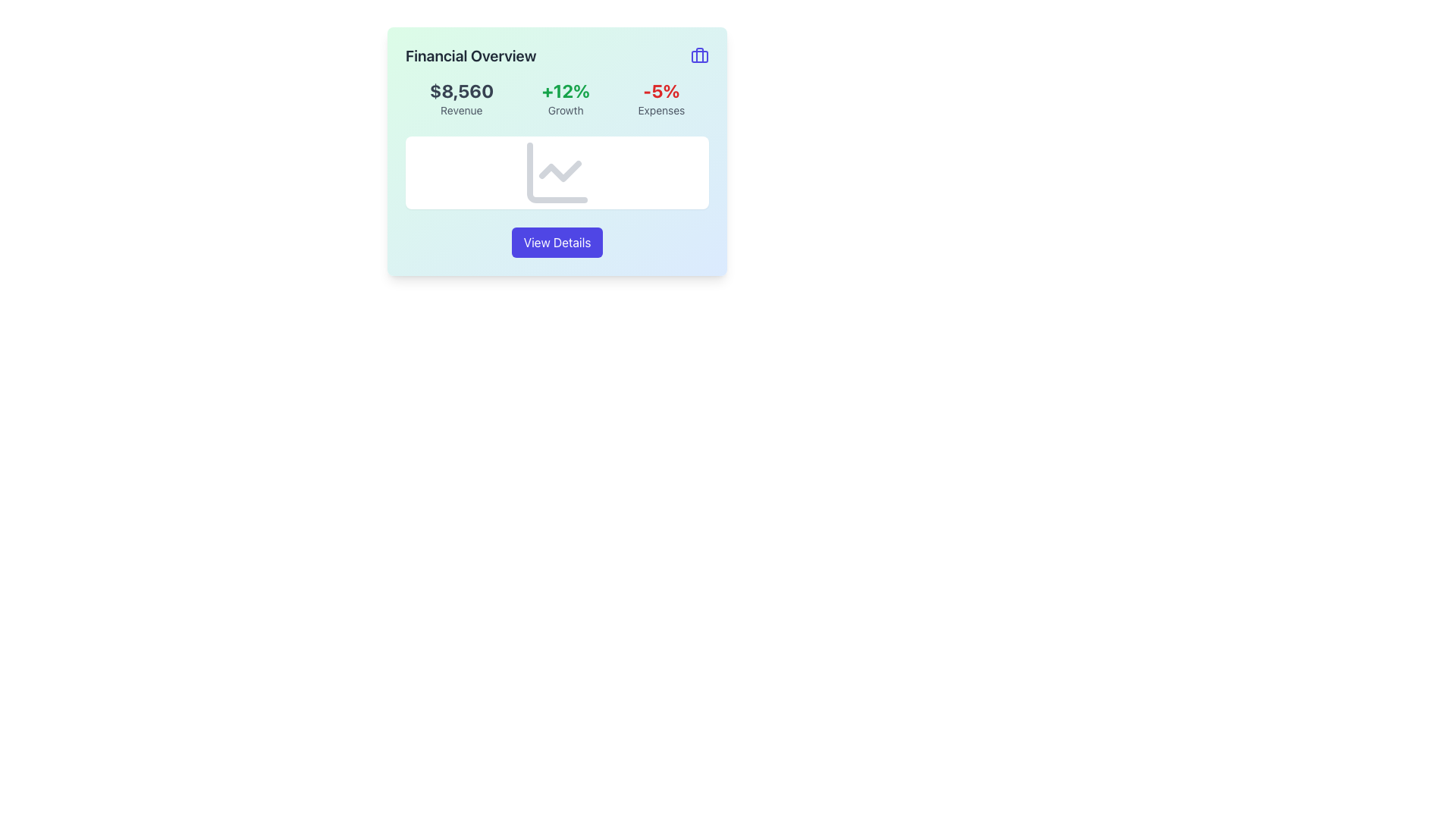  What do you see at coordinates (565, 110) in the screenshot?
I see `text label 'Growth' located beneath the '+12%' text in the financial overview section` at bounding box center [565, 110].